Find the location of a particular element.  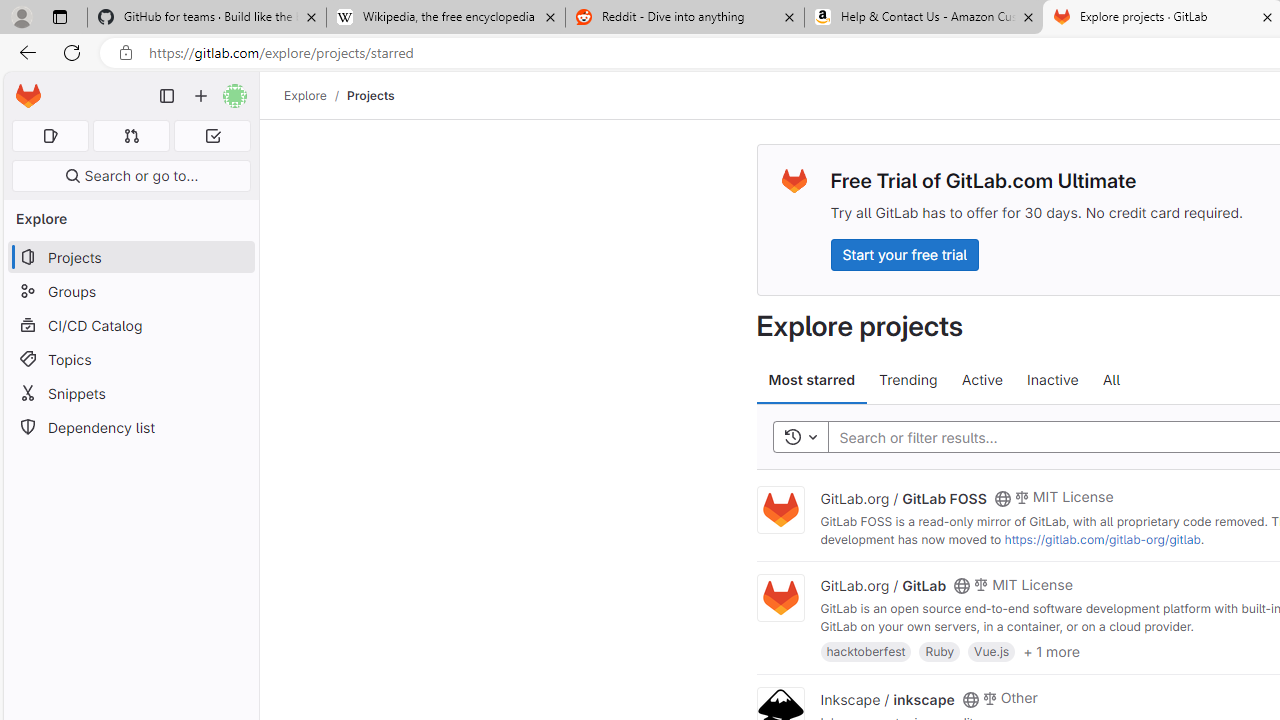

'Dependency list' is located at coordinates (130, 426).